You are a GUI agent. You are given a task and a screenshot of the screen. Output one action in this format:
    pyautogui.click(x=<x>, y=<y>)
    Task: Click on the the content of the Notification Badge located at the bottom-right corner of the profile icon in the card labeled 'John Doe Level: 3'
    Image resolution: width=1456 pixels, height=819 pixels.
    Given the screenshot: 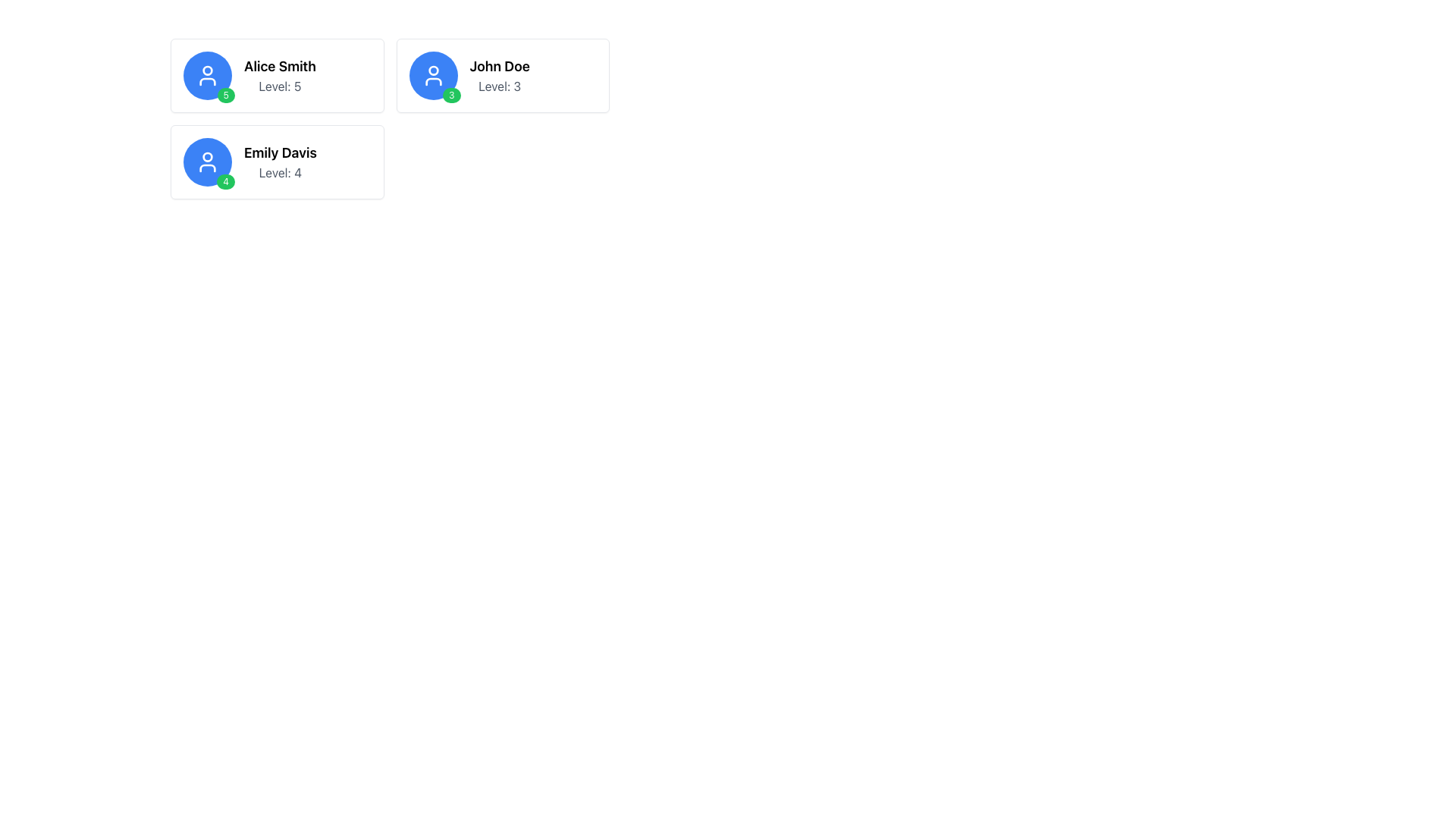 What is the action you would take?
    pyautogui.click(x=450, y=96)
    